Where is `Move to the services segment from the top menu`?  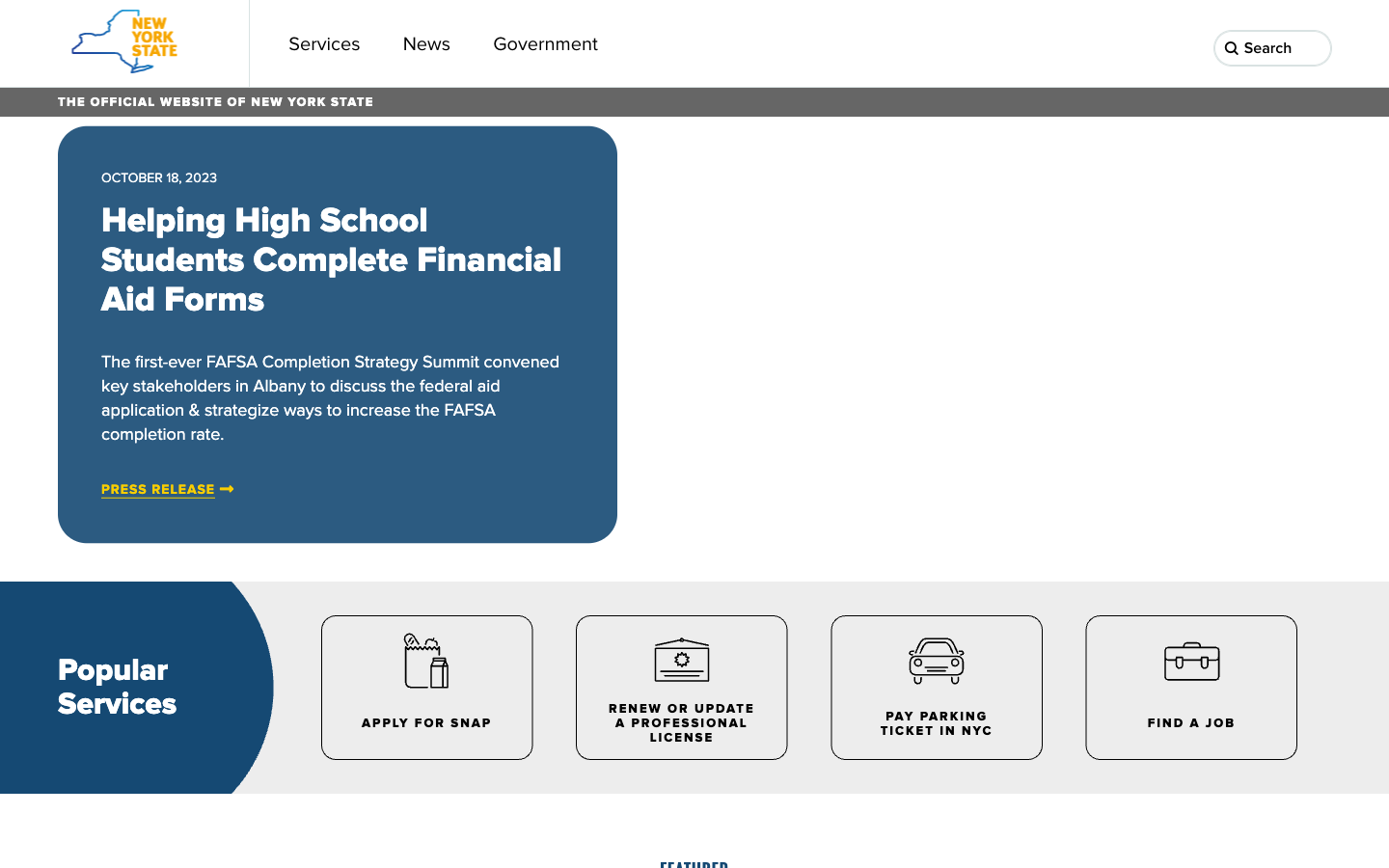 Move to the services segment from the top menu is located at coordinates (324, 42).